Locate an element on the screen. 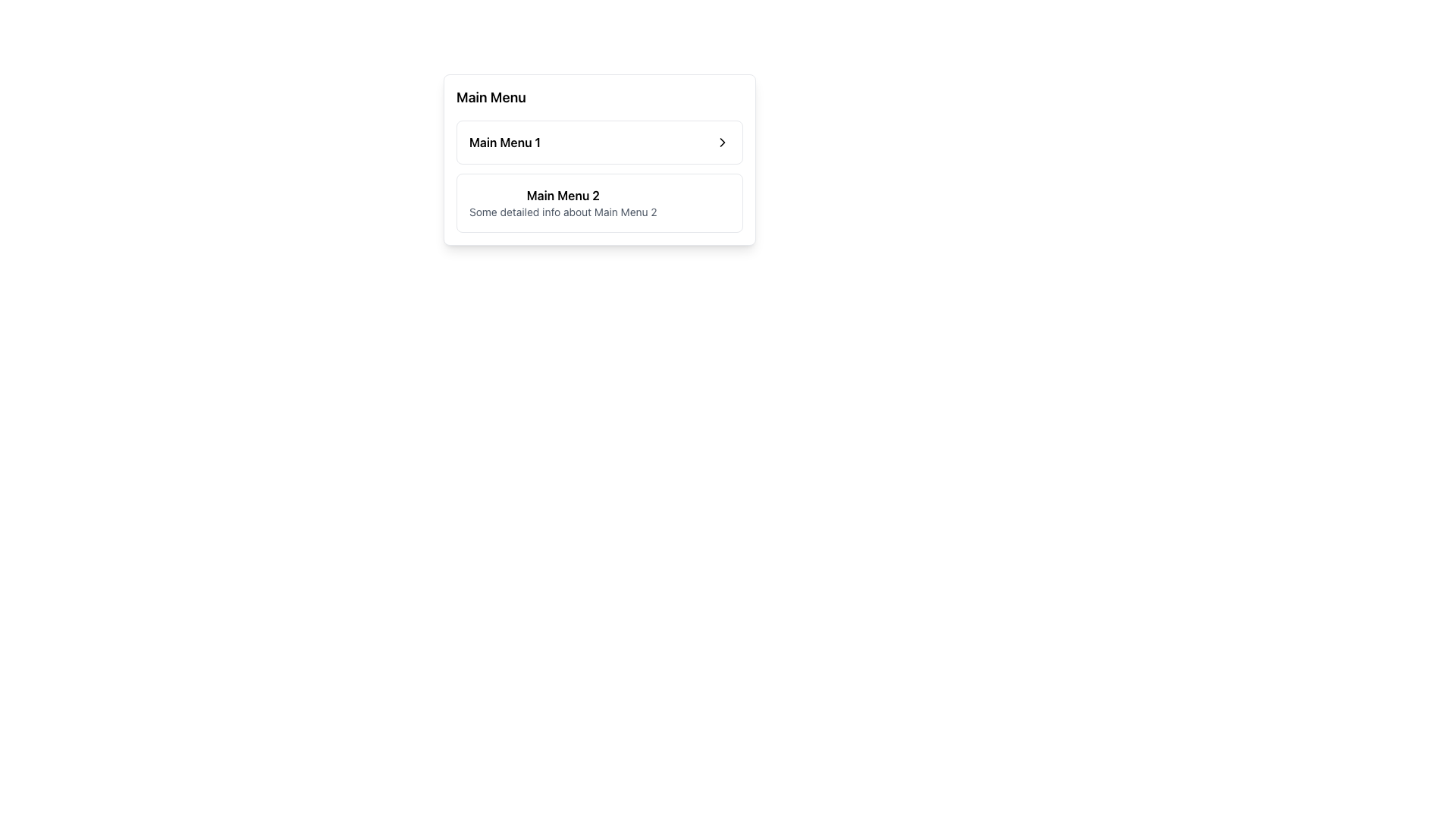  the 'Main Menu 2' item is located at coordinates (599, 202).